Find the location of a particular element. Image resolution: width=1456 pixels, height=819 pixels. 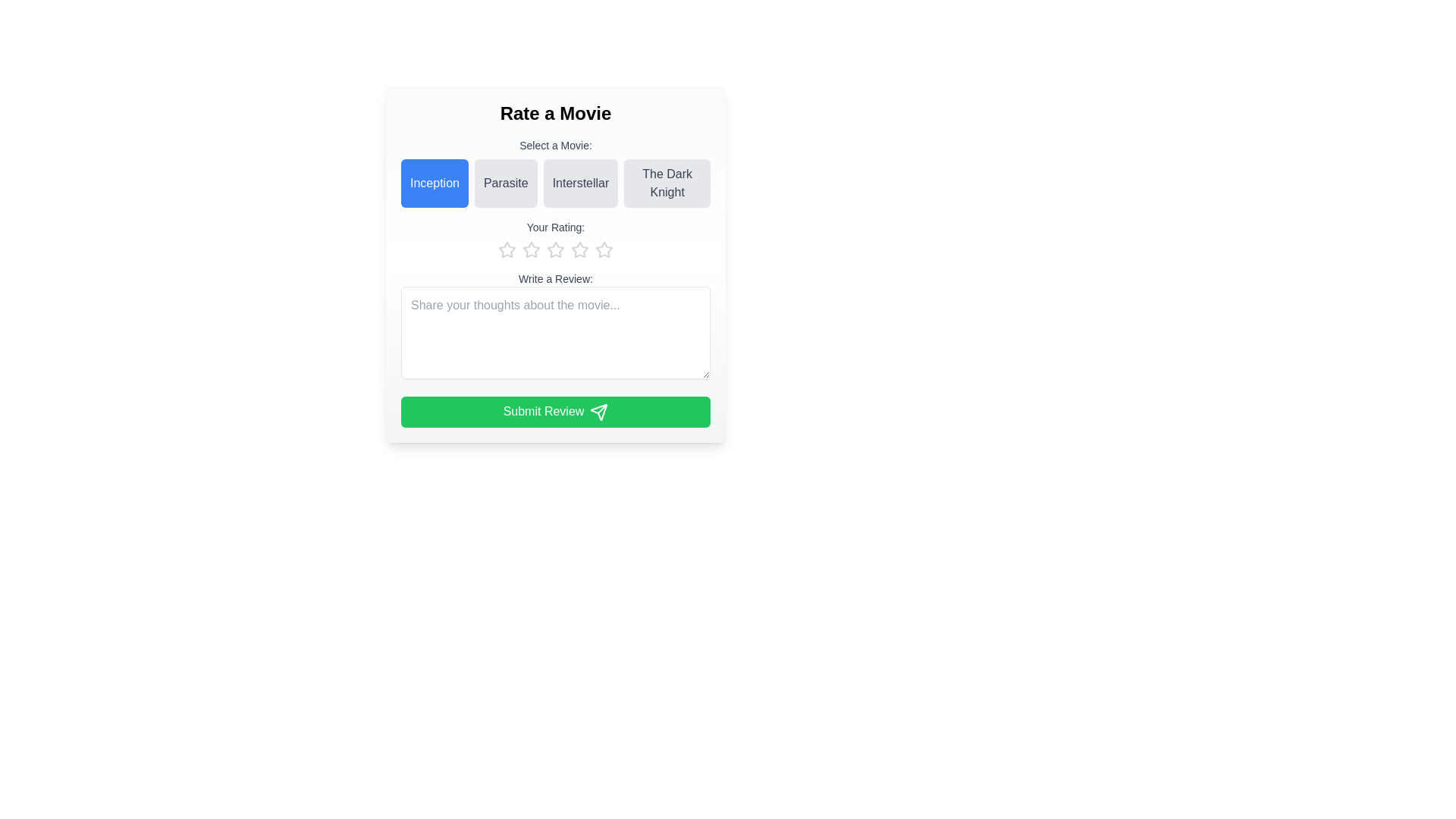

the blue button labeled 'Inception' is located at coordinates (434, 183).